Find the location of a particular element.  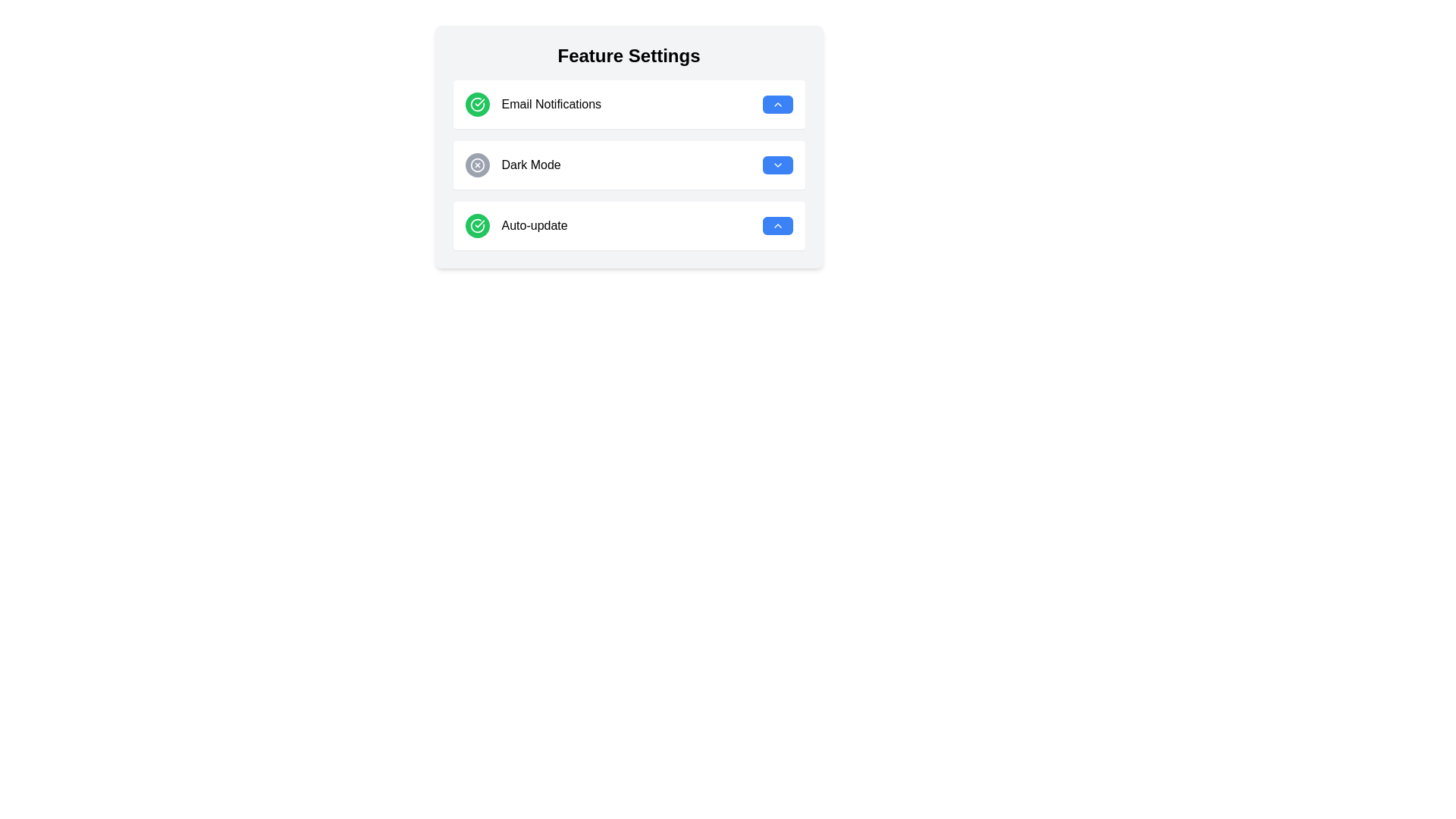

the circular gray button with a white 'X' icon, which indicates cancel or close, positioned to the left of 'Dark Mode' is located at coordinates (476, 165).